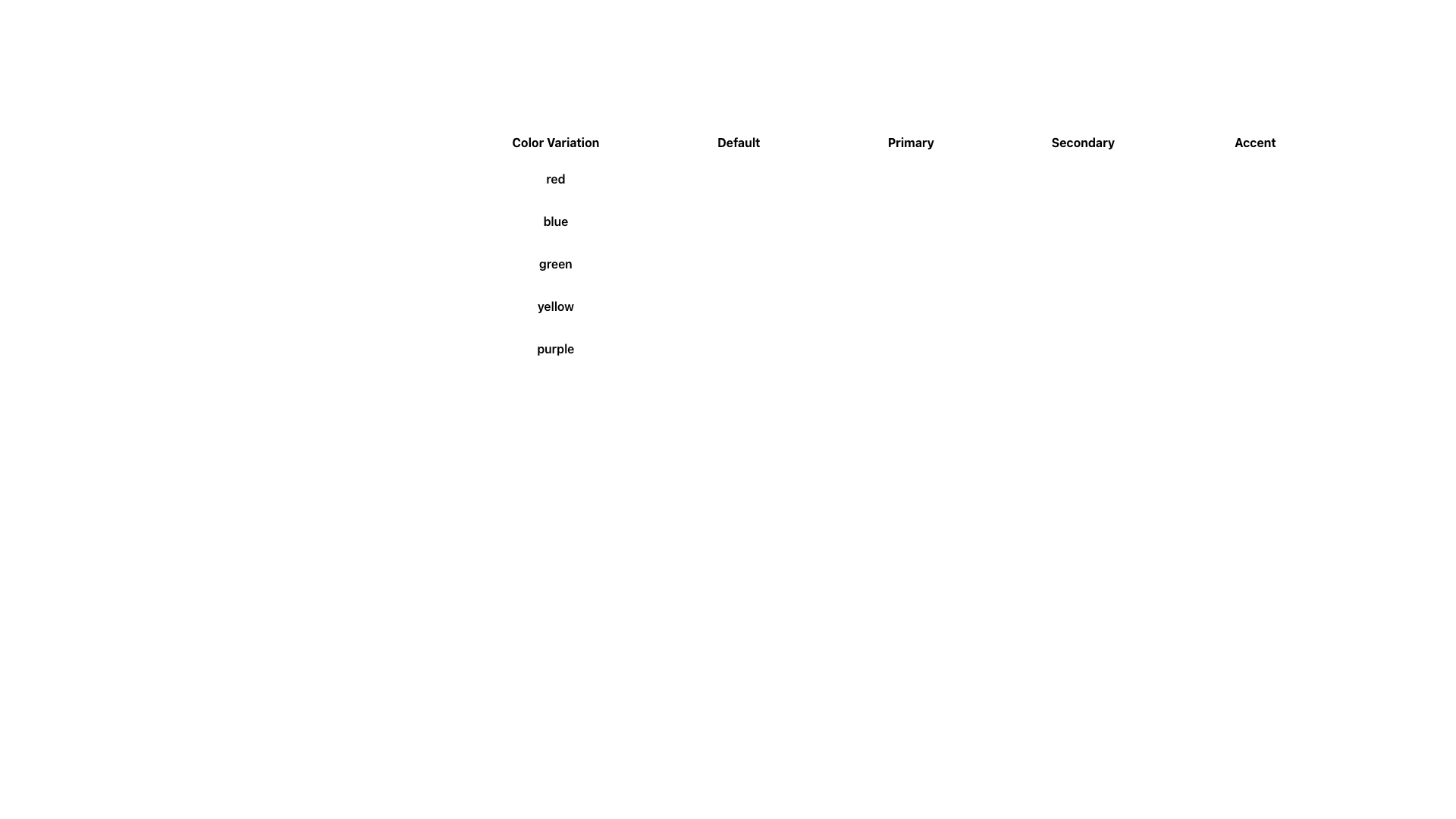 The height and width of the screenshot is (819, 1456). What do you see at coordinates (910, 306) in the screenshot?
I see `the fourth button in the Primary column` at bounding box center [910, 306].